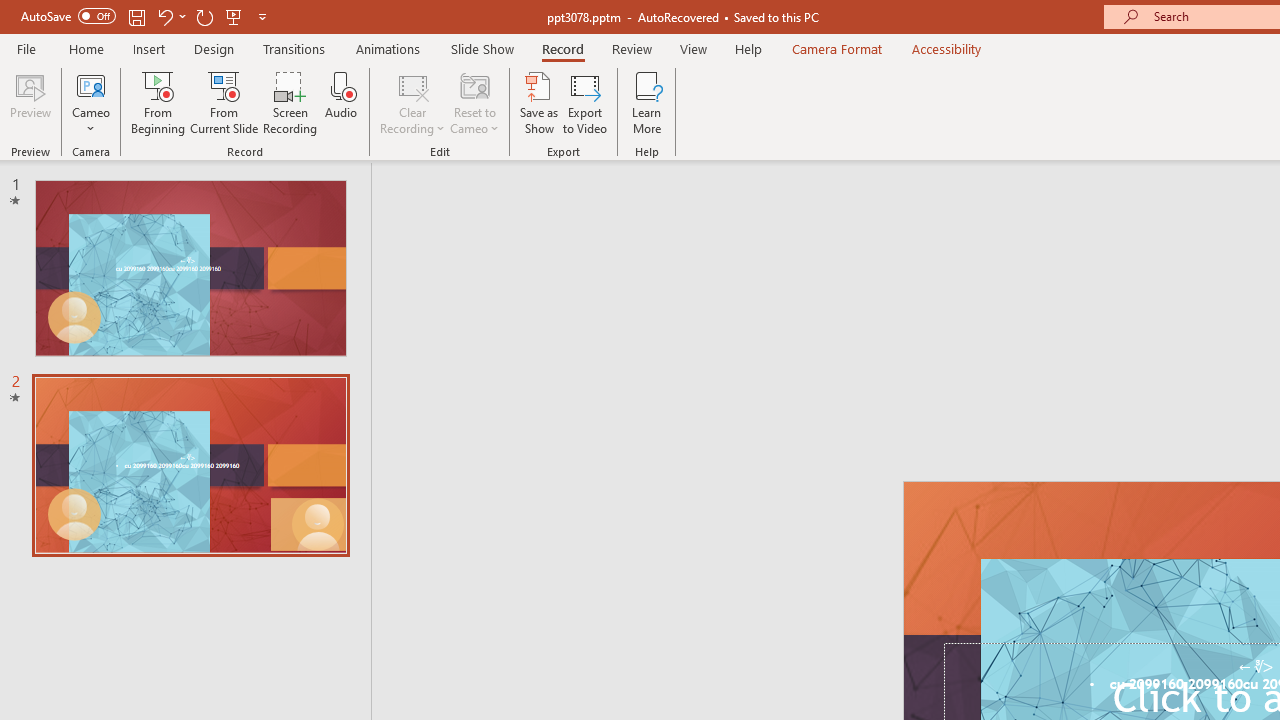 Image resolution: width=1280 pixels, height=720 pixels. What do you see at coordinates (90, 84) in the screenshot?
I see `'Cameo'` at bounding box center [90, 84].